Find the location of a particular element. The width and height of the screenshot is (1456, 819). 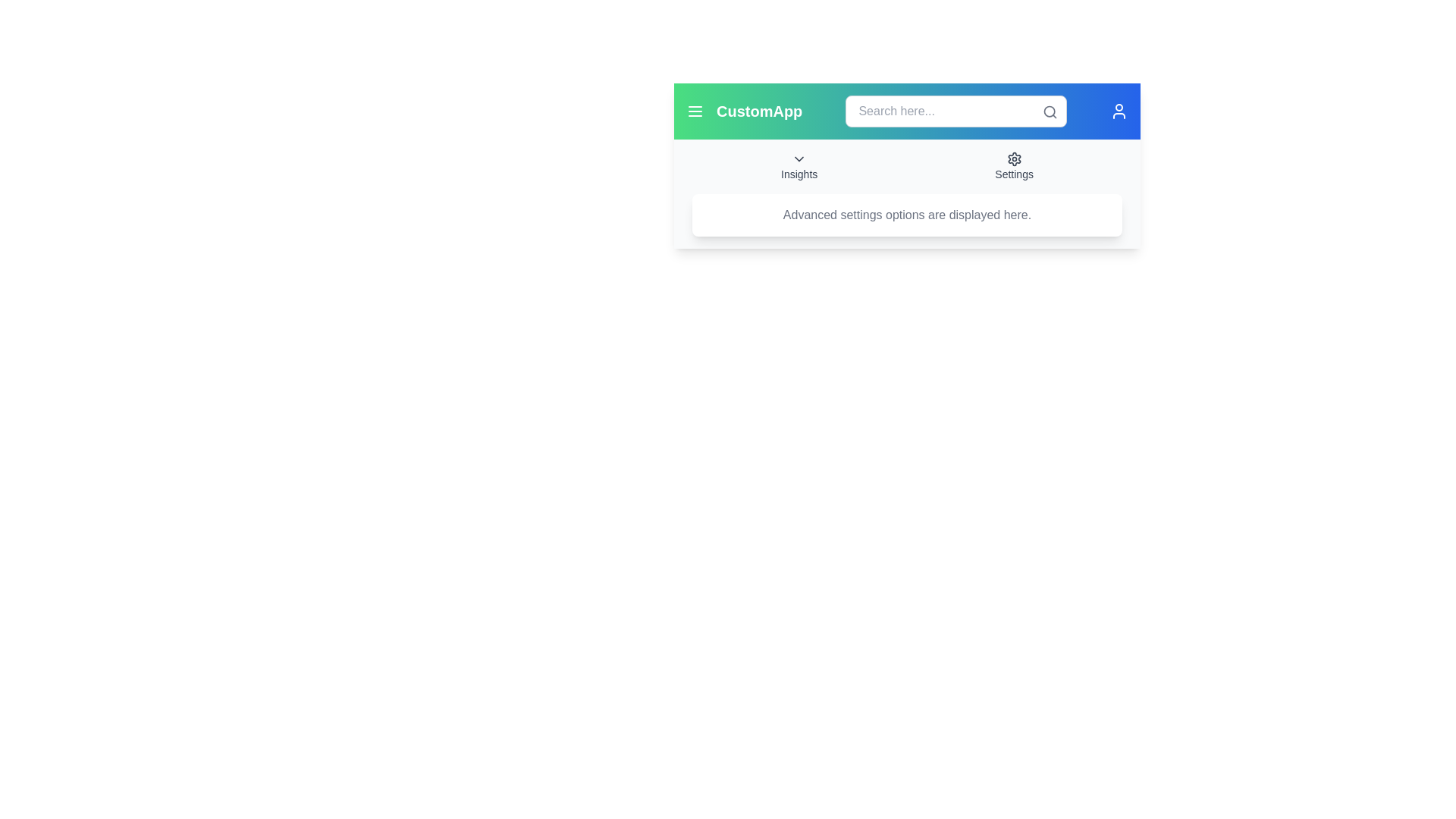

the Text label located in the center of the application header, which provides information about the current section being viewed is located at coordinates (799, 174).